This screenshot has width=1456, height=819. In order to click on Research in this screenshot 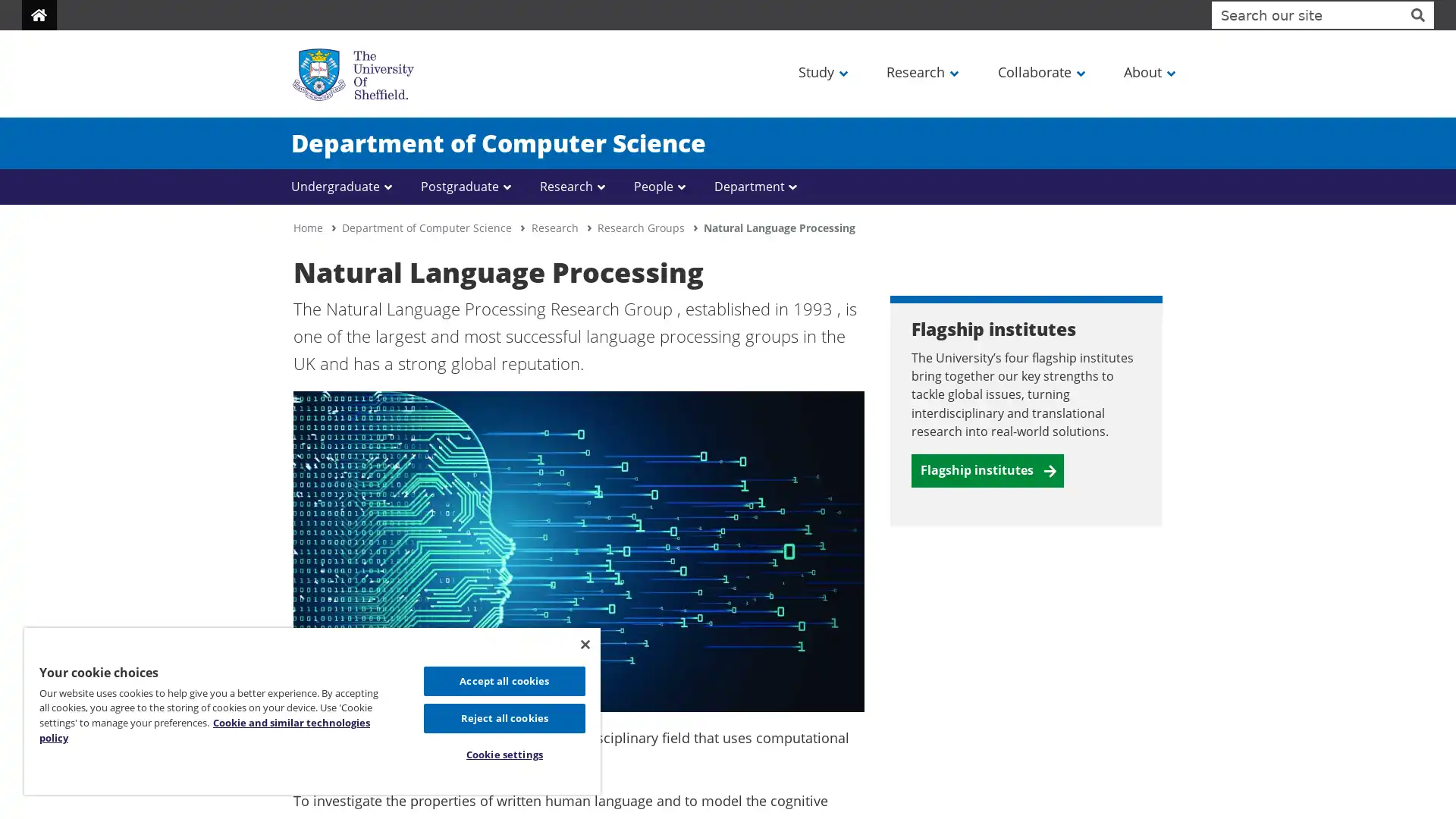, I will do `click(920, 71)`.